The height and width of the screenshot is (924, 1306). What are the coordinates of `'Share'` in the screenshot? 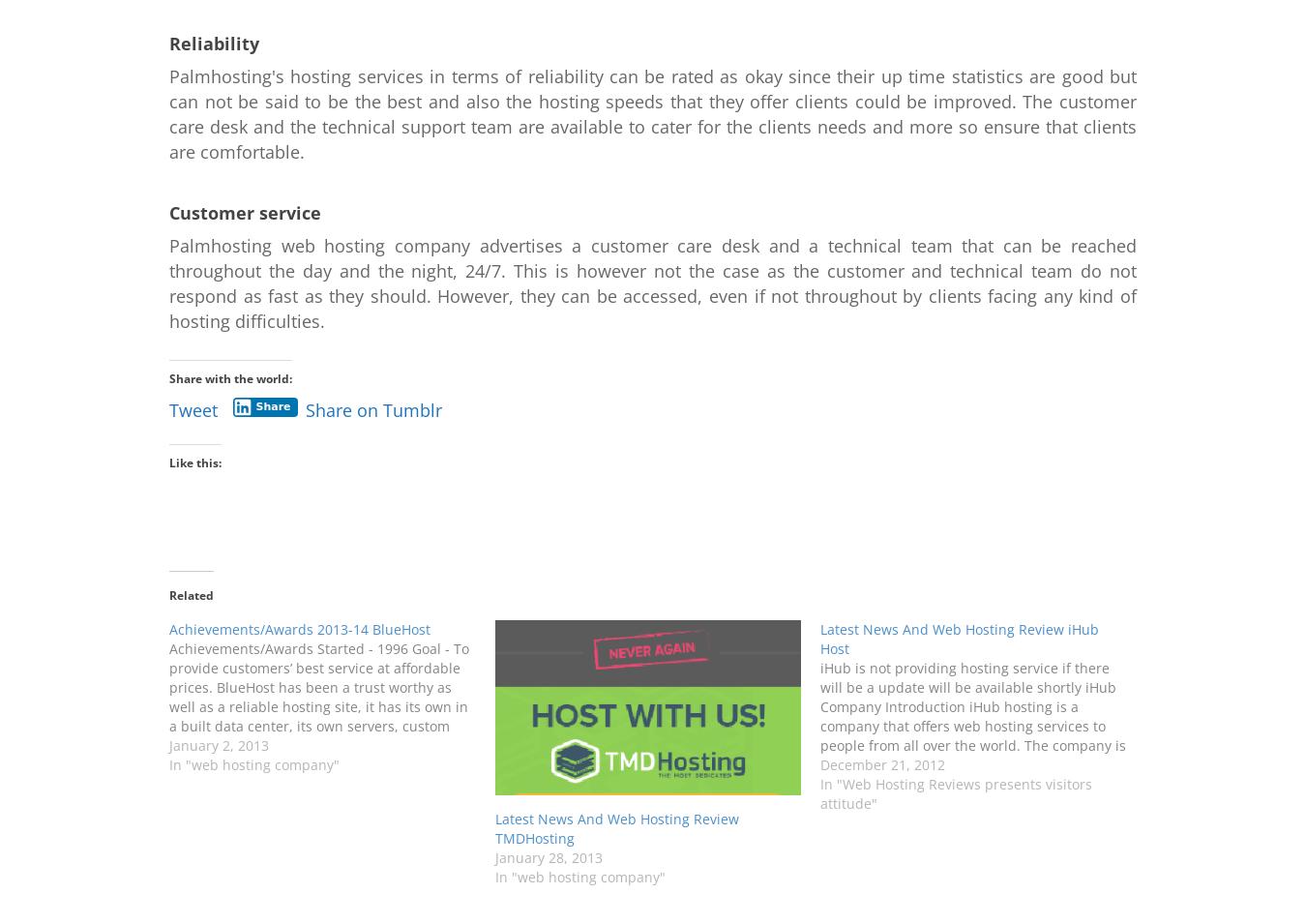 It's located at (272, 405).